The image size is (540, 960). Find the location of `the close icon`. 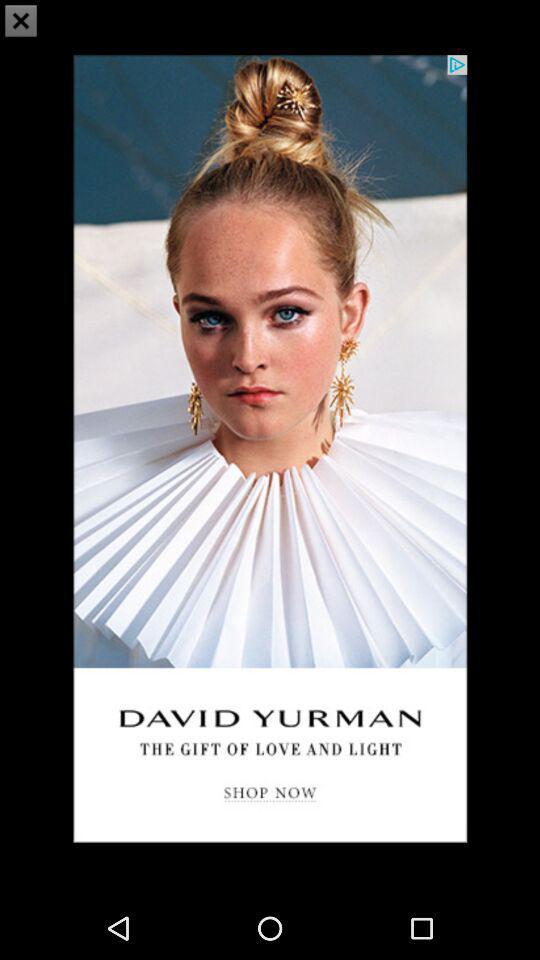

the close icon is located at coordinates (20, 20).